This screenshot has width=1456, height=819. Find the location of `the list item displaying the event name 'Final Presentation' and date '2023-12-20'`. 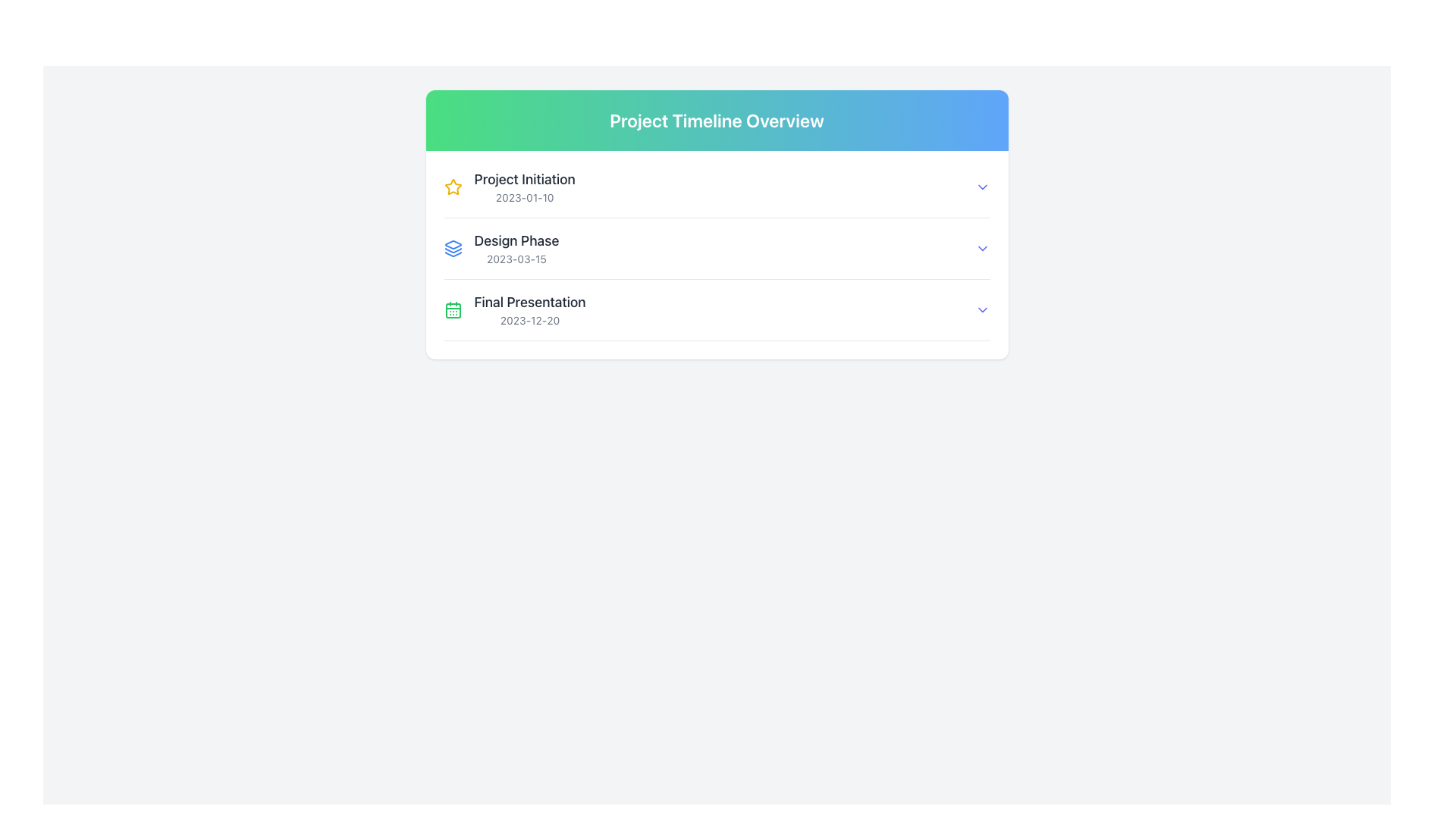

the list item displaying the event name 'Final Presentation' and date '2023-12-20' is located at coordinates (515, 309).